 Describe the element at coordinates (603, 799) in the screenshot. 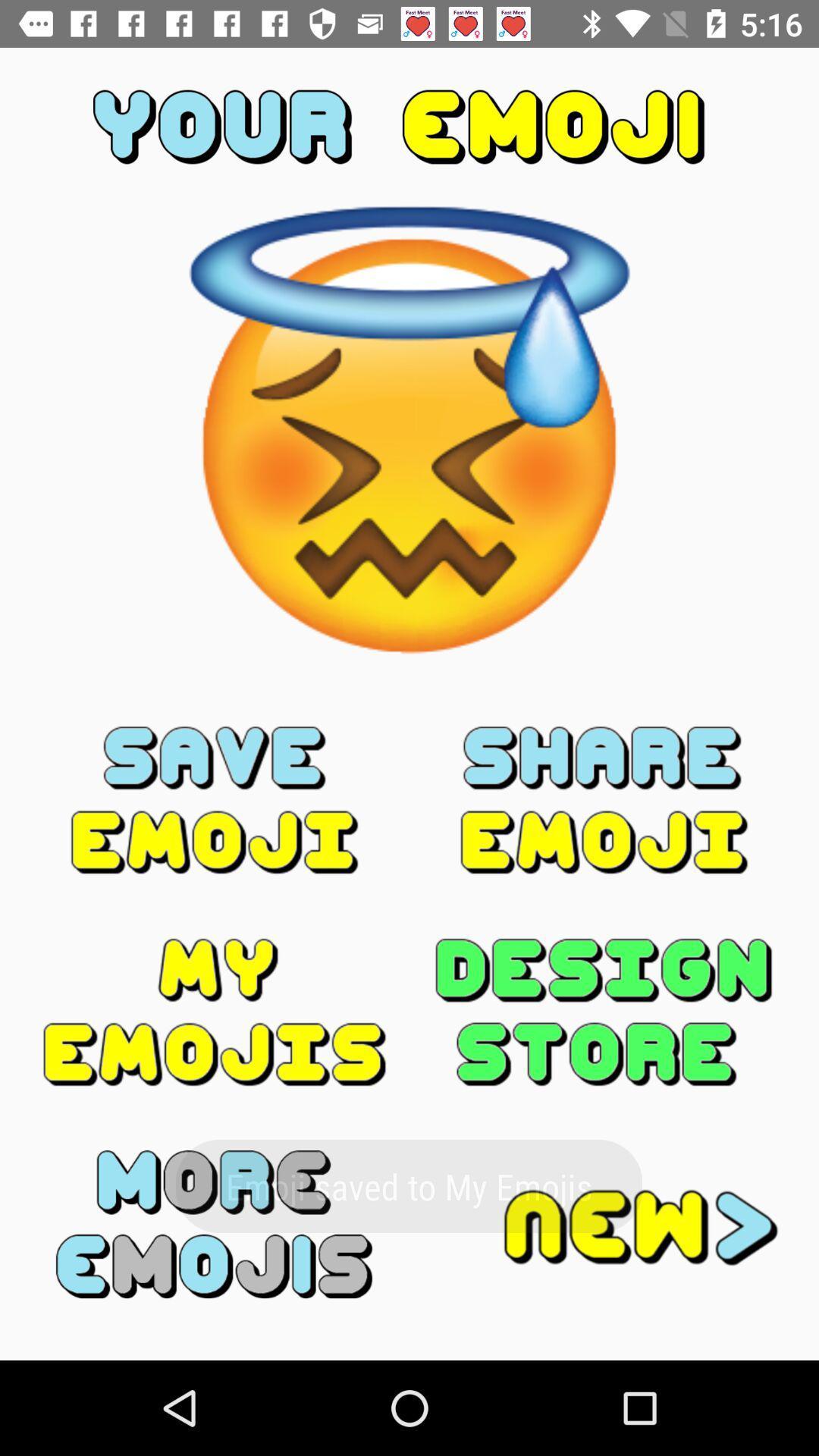

I see `share emoji button` at that location.